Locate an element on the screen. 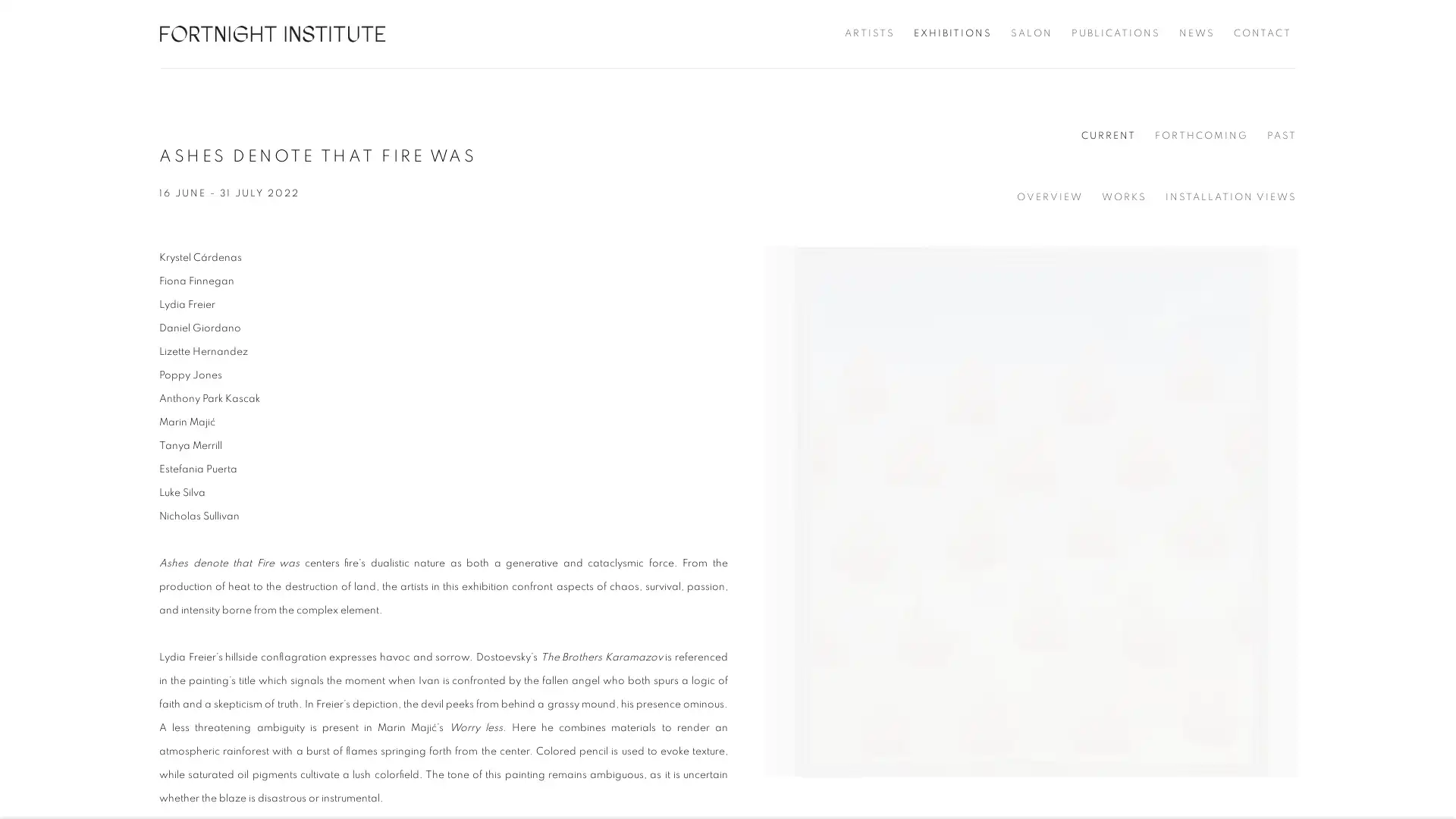  INSTALLATION VIEWS is located at coordinates (1231, 199).